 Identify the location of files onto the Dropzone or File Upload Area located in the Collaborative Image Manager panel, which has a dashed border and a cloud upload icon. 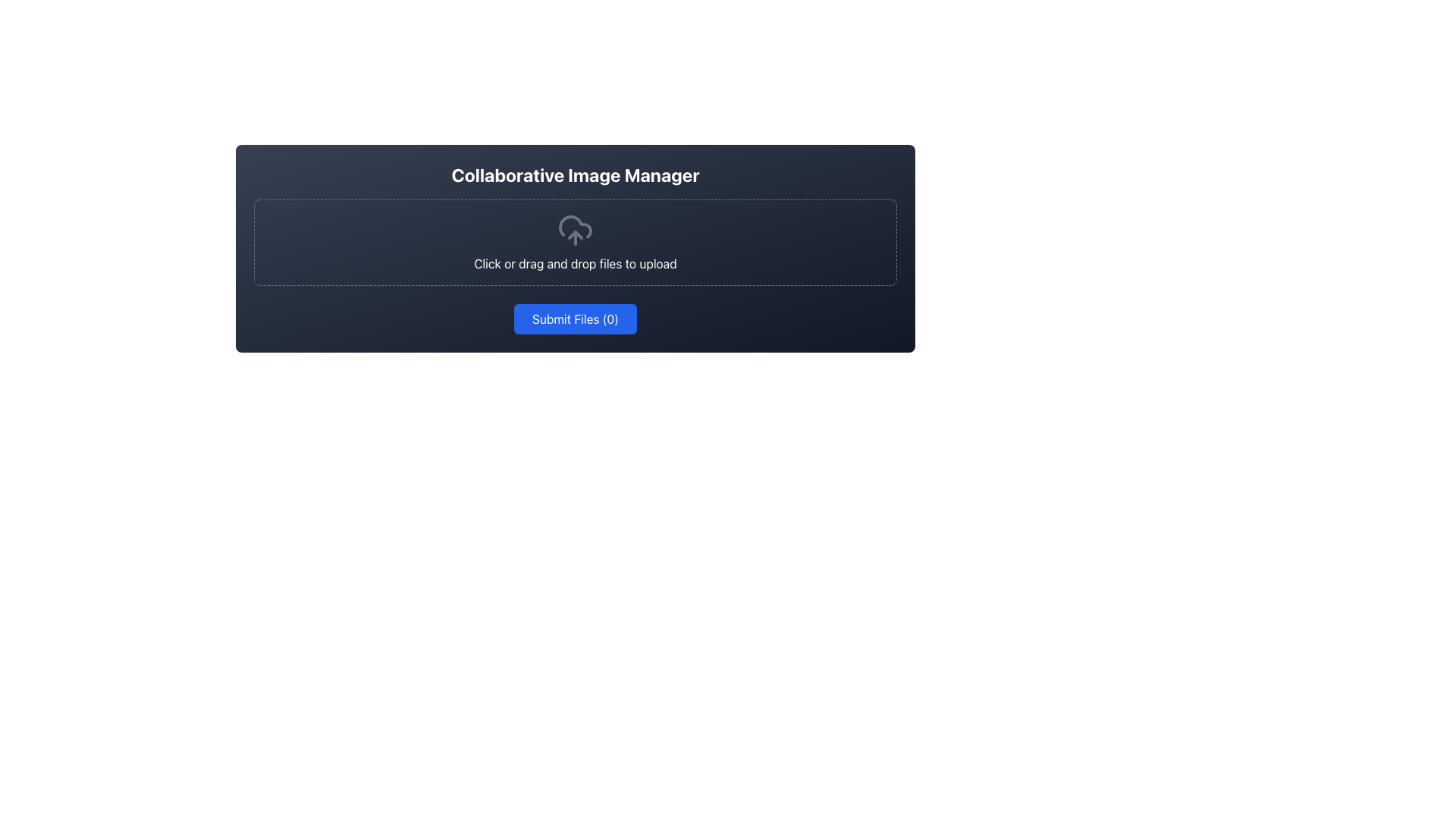
(574, 242).